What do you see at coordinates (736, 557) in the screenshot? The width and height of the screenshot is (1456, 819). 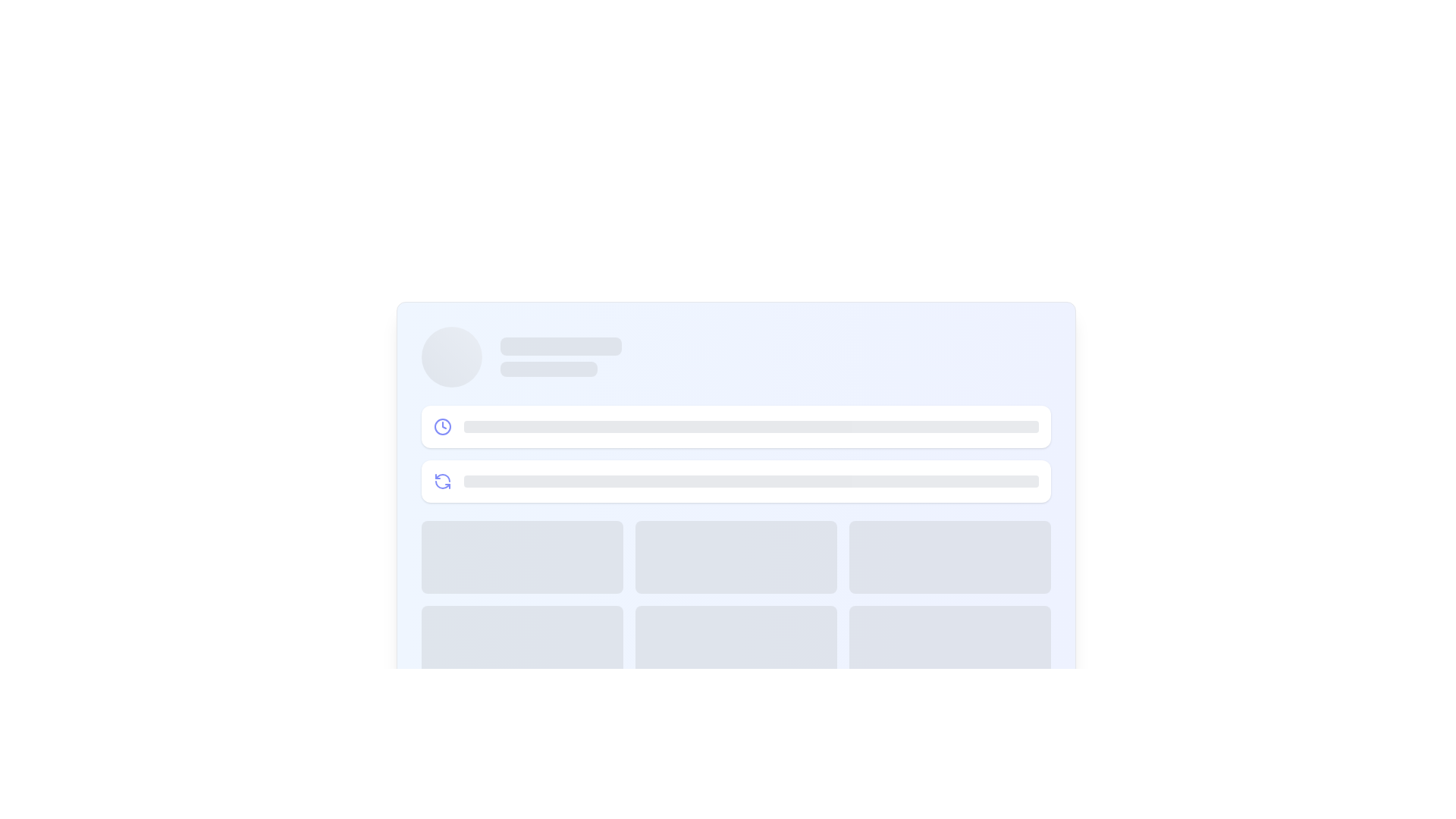 I see `the placeholder element located in the second column of the first row within a 3x2 grid layout, which indicates a loading state or unrendered dynamic content area` at bounding box center [736, 557].